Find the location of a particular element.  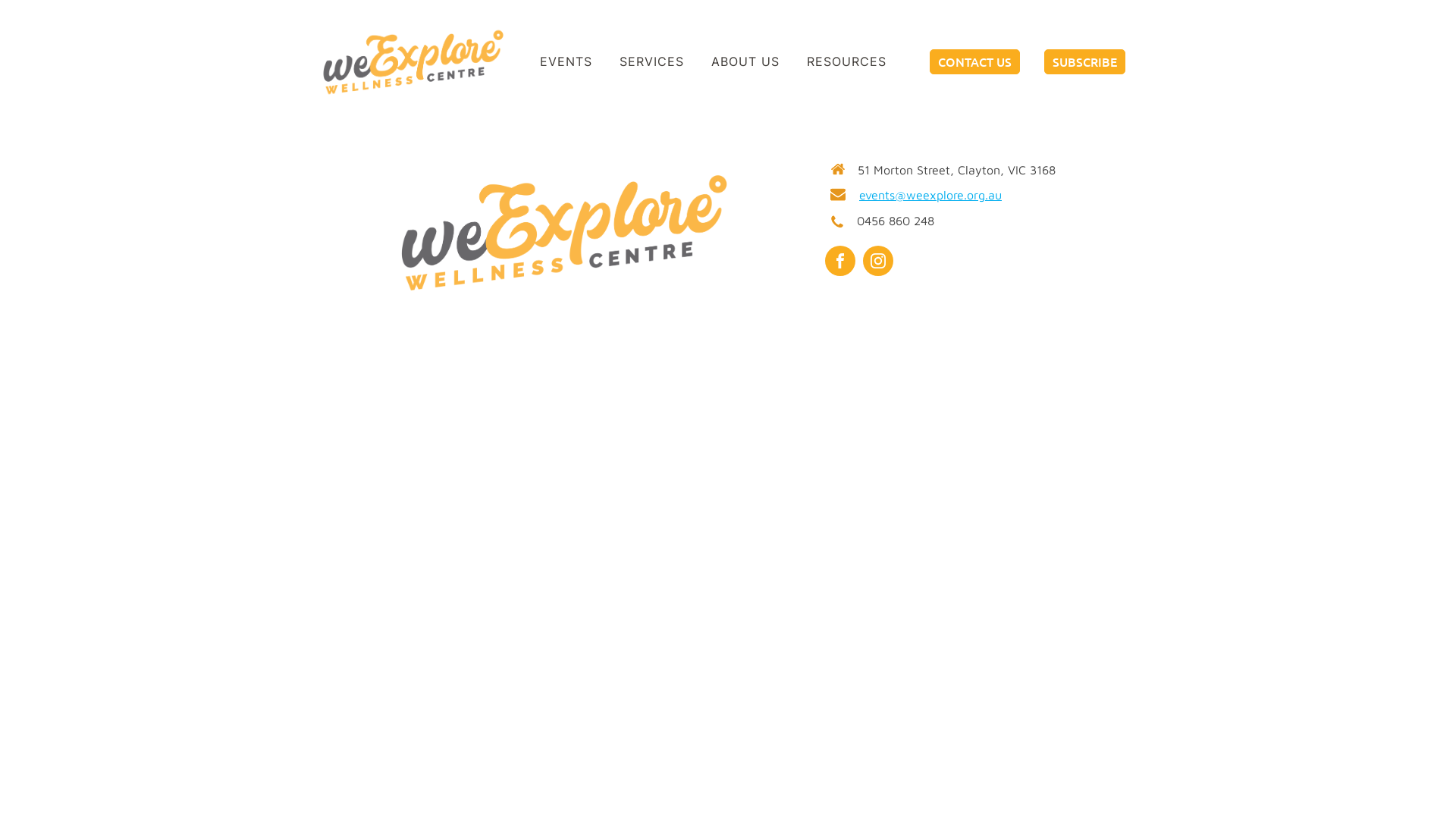

'ABOUT US' is located at coordinates (745, 61).